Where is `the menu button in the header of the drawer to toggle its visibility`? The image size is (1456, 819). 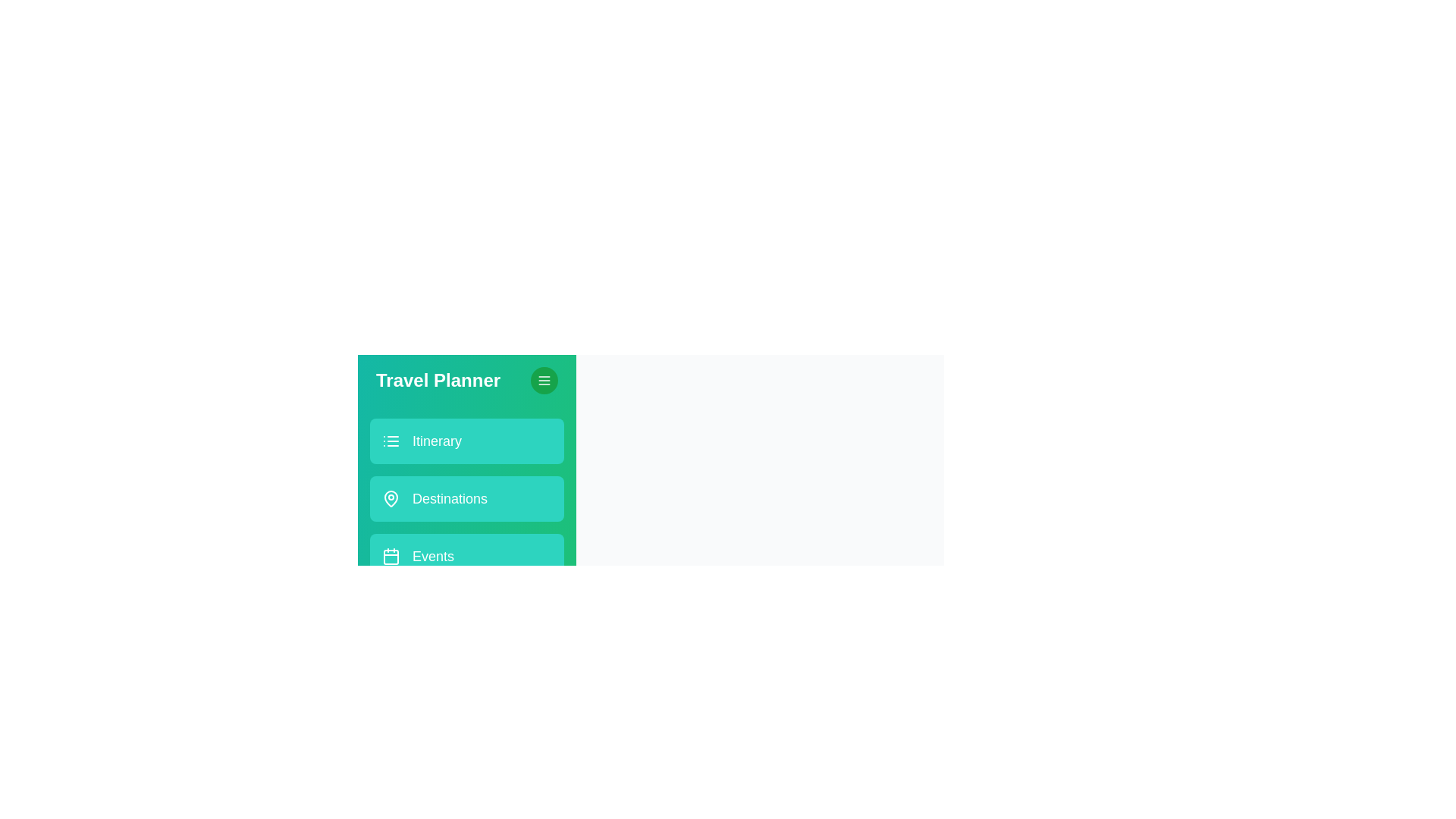 the menu button in the header of the drawer to toggle its visibility is located at coordinates (544, 379).